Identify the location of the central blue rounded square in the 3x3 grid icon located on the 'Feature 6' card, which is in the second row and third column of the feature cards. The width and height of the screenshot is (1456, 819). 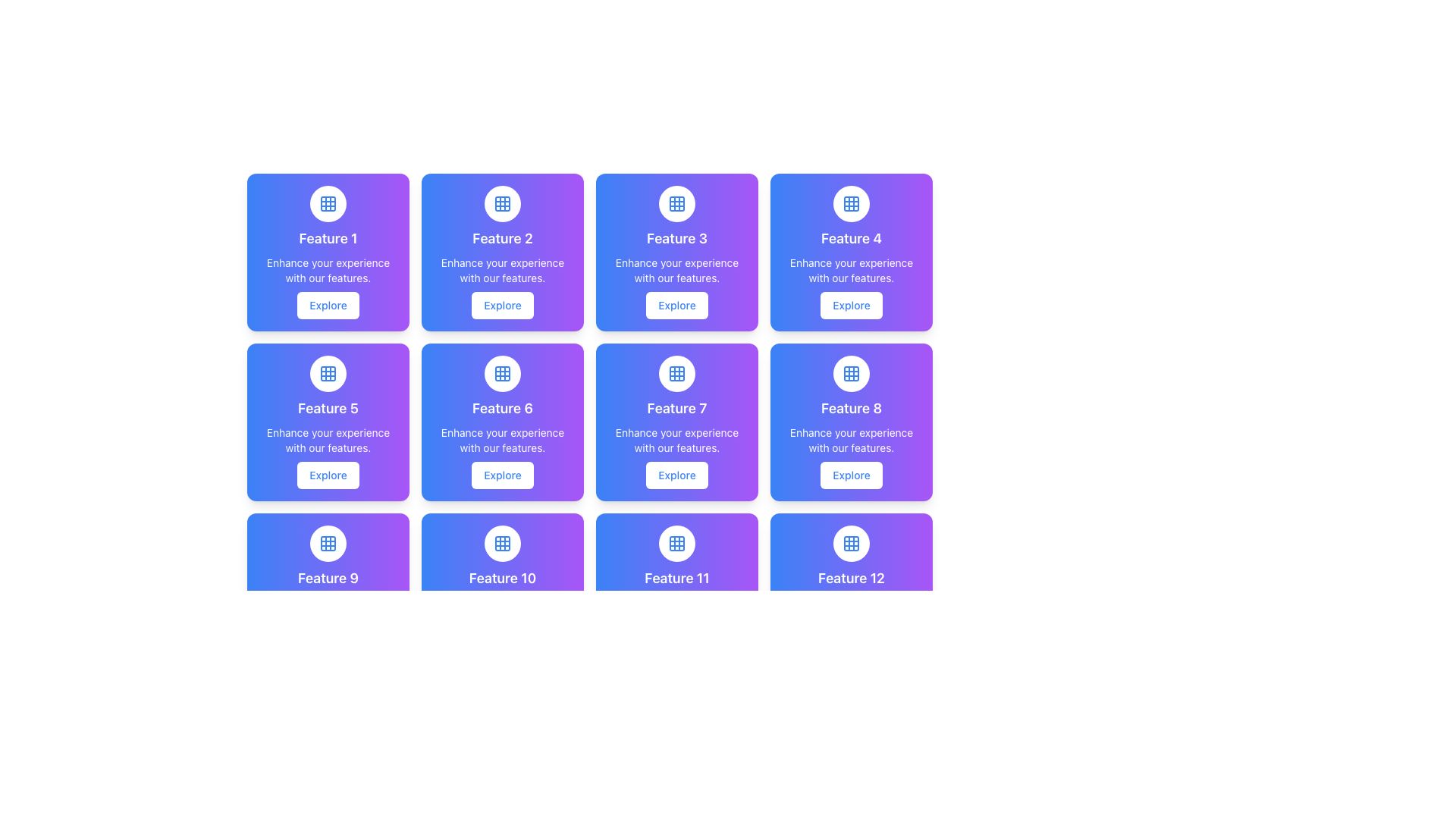
(502, 374).